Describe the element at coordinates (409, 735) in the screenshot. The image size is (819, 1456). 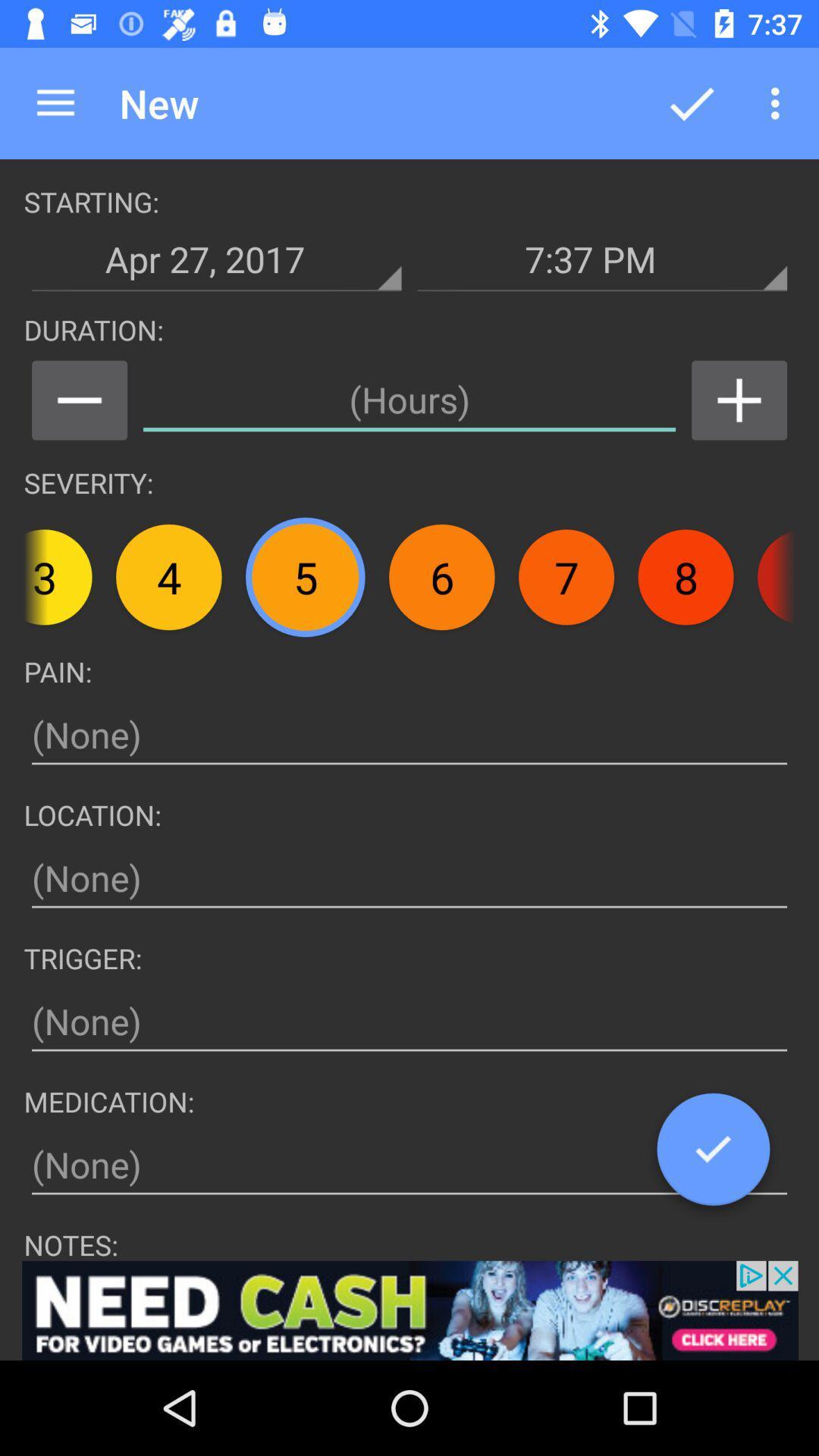
I see `put symptoms` at that location.